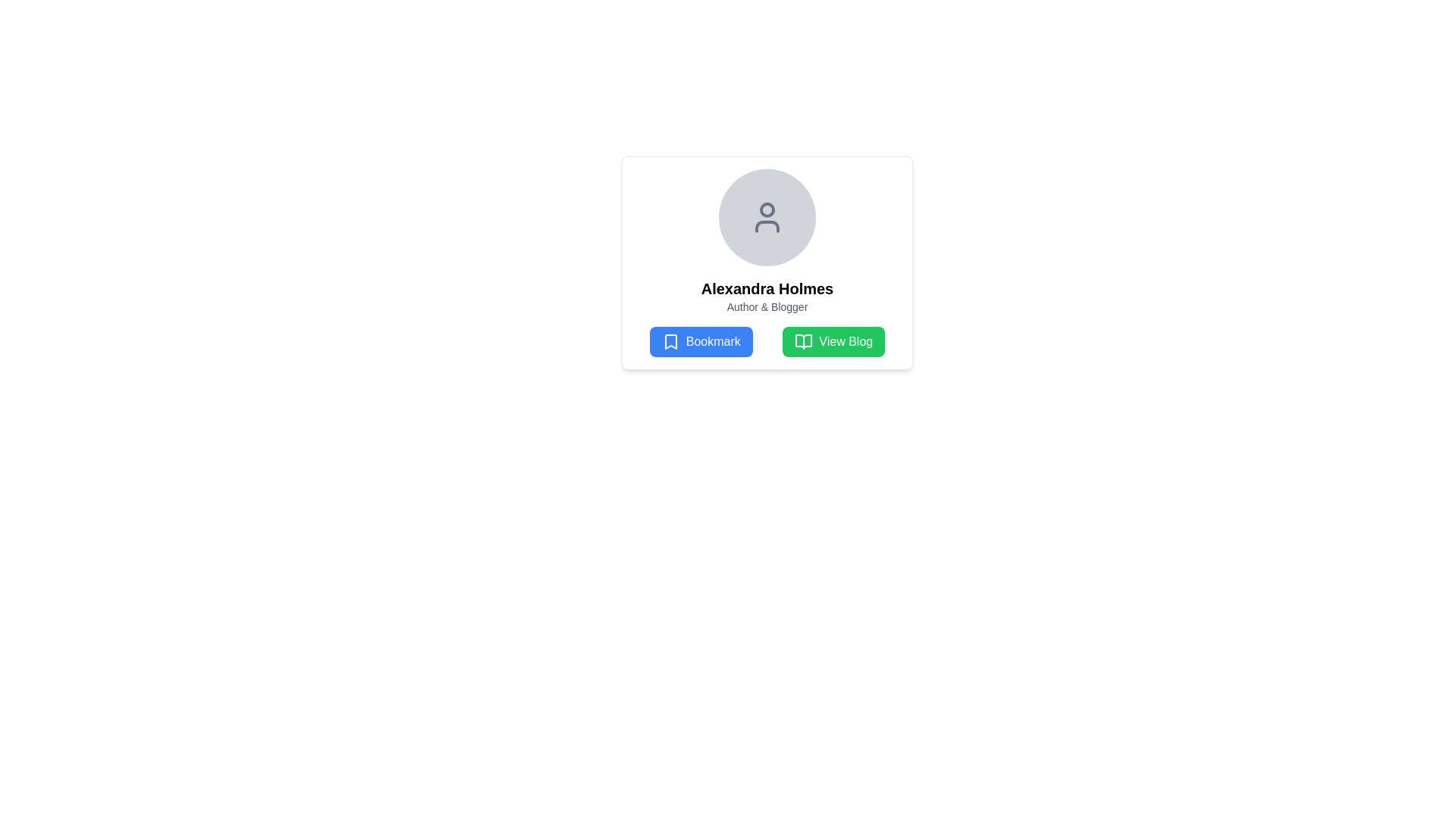 The height and width of the screenshot is (819, 1456). I want to click on the outlined open book icon with a green background that is part of the 'View Blog' button, positioned to the left of the button's text, so click(803, 342).